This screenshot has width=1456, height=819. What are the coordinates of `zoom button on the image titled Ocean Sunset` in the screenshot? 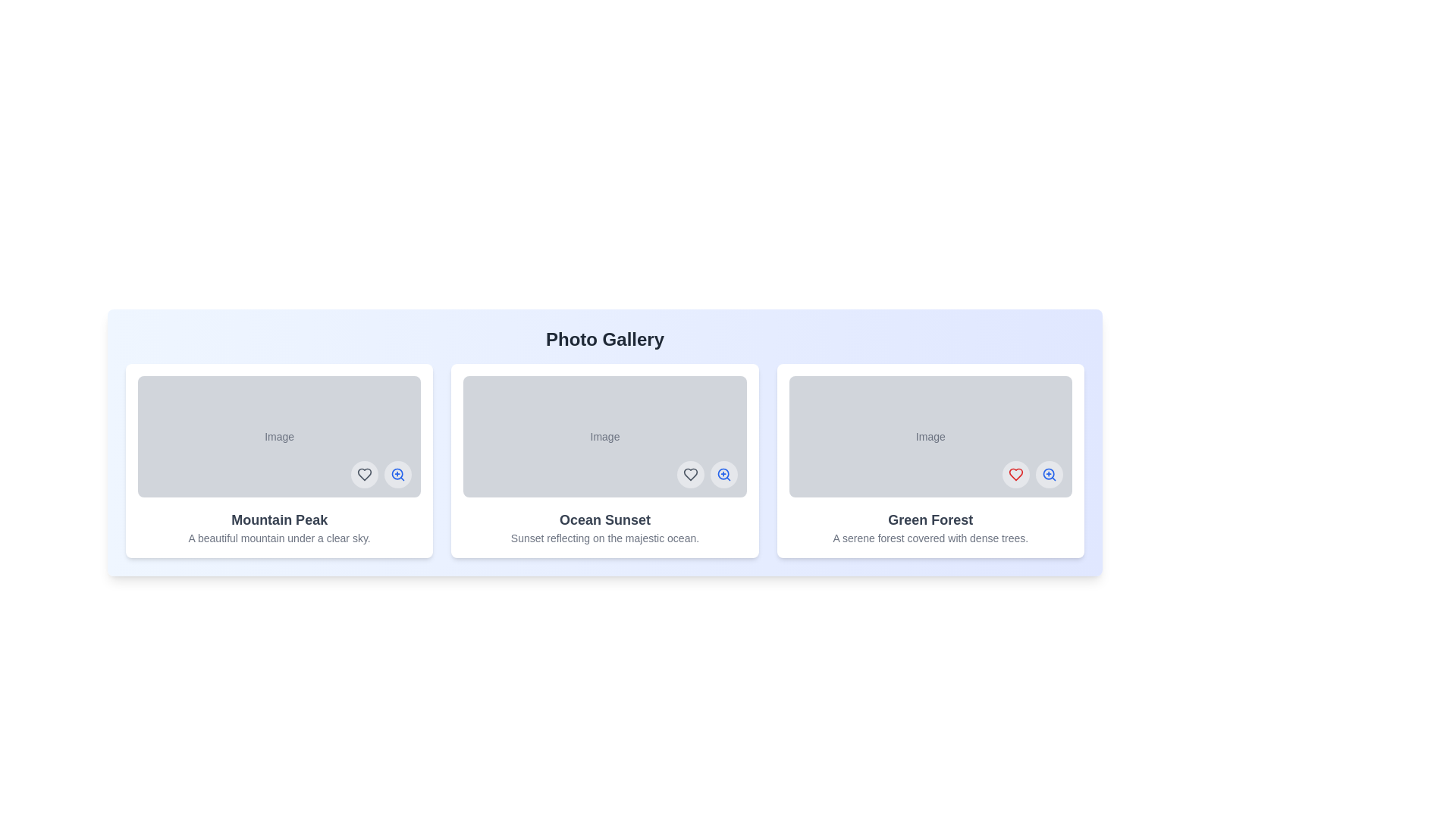 It's located at (723, 473).